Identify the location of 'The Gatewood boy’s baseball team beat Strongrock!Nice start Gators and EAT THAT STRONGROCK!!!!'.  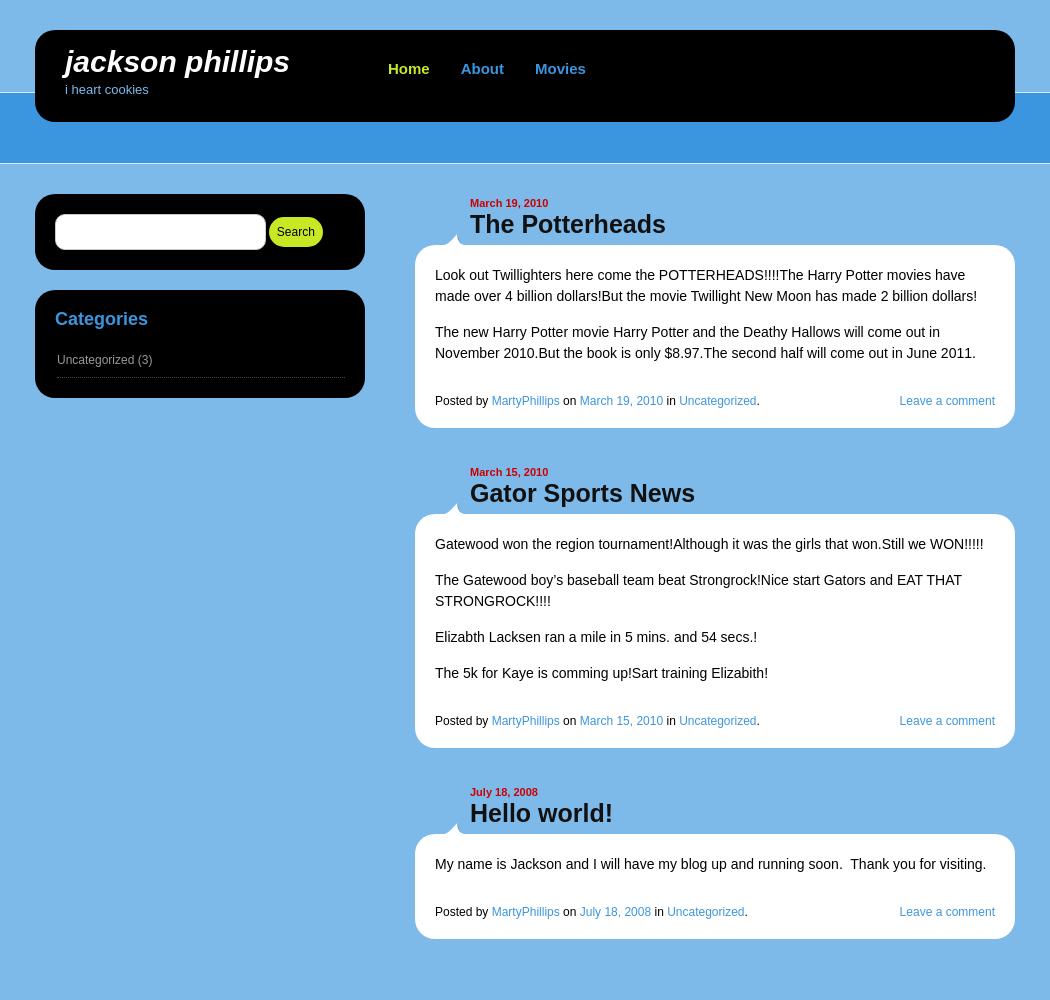
(434, 589).